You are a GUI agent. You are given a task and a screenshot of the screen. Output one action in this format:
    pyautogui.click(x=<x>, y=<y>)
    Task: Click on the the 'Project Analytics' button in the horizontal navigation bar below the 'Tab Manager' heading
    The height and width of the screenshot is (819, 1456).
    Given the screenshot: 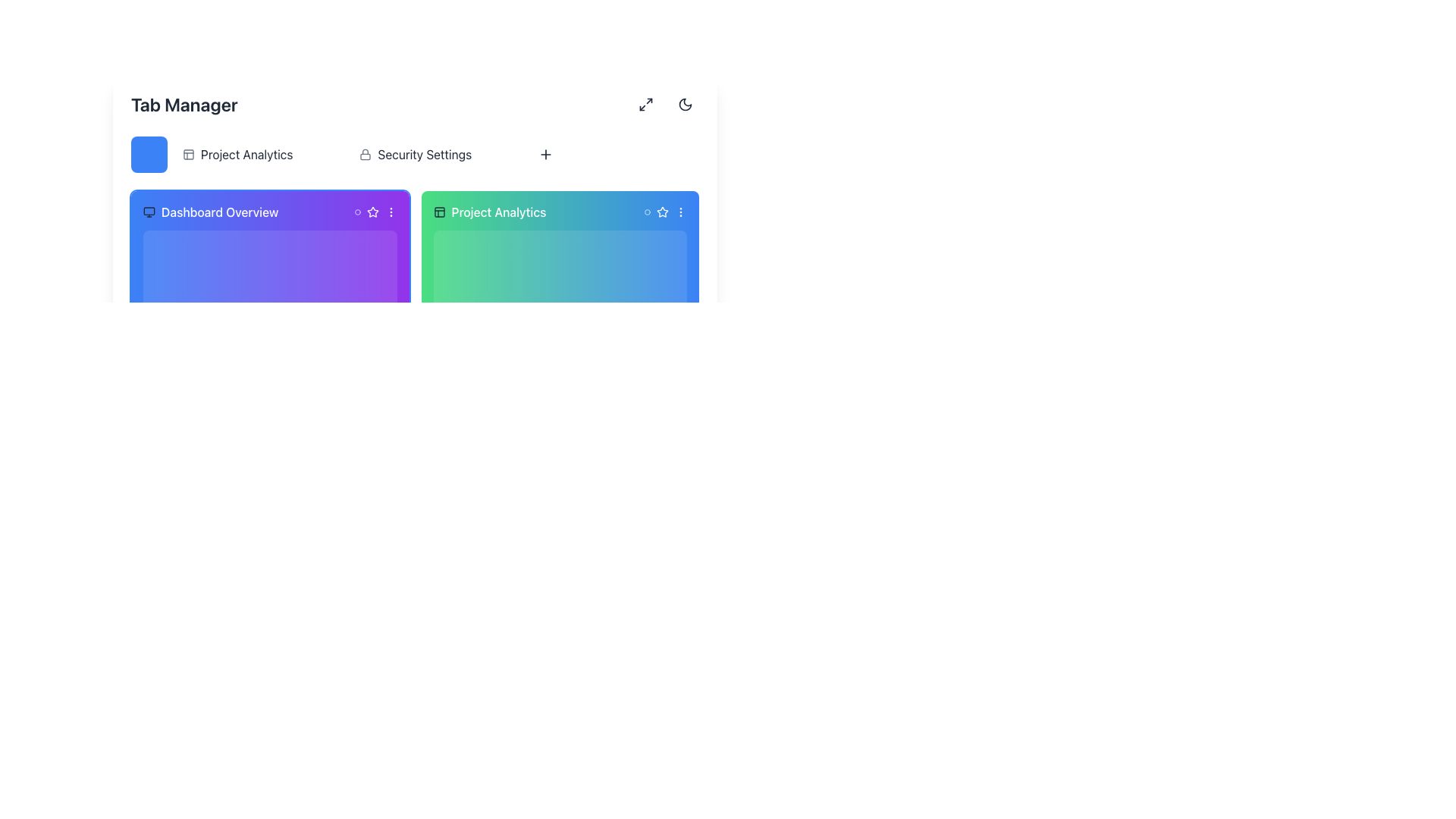 What is the action you would take?
    pyautogui.click(x=259, y=155)
    